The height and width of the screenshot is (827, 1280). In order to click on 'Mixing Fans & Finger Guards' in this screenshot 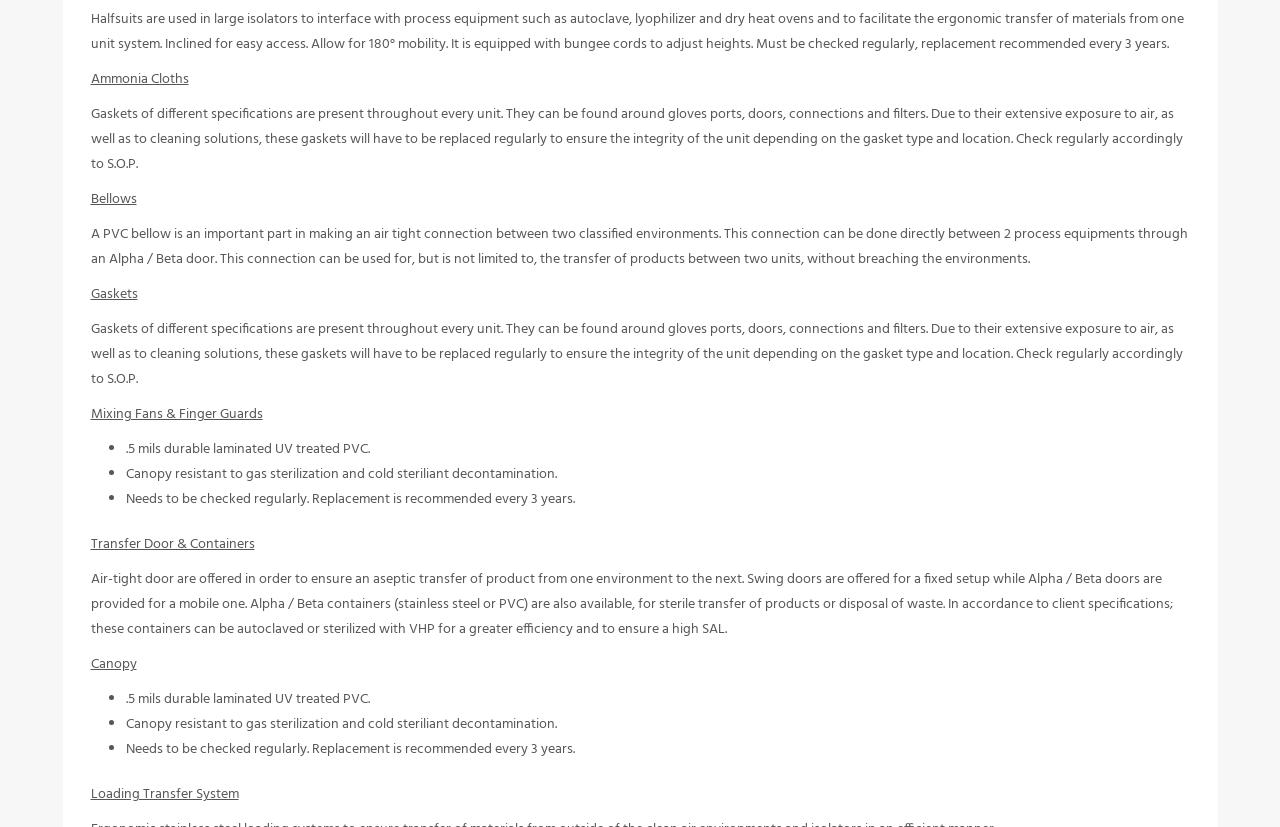, I will do `click(176, 427)`.